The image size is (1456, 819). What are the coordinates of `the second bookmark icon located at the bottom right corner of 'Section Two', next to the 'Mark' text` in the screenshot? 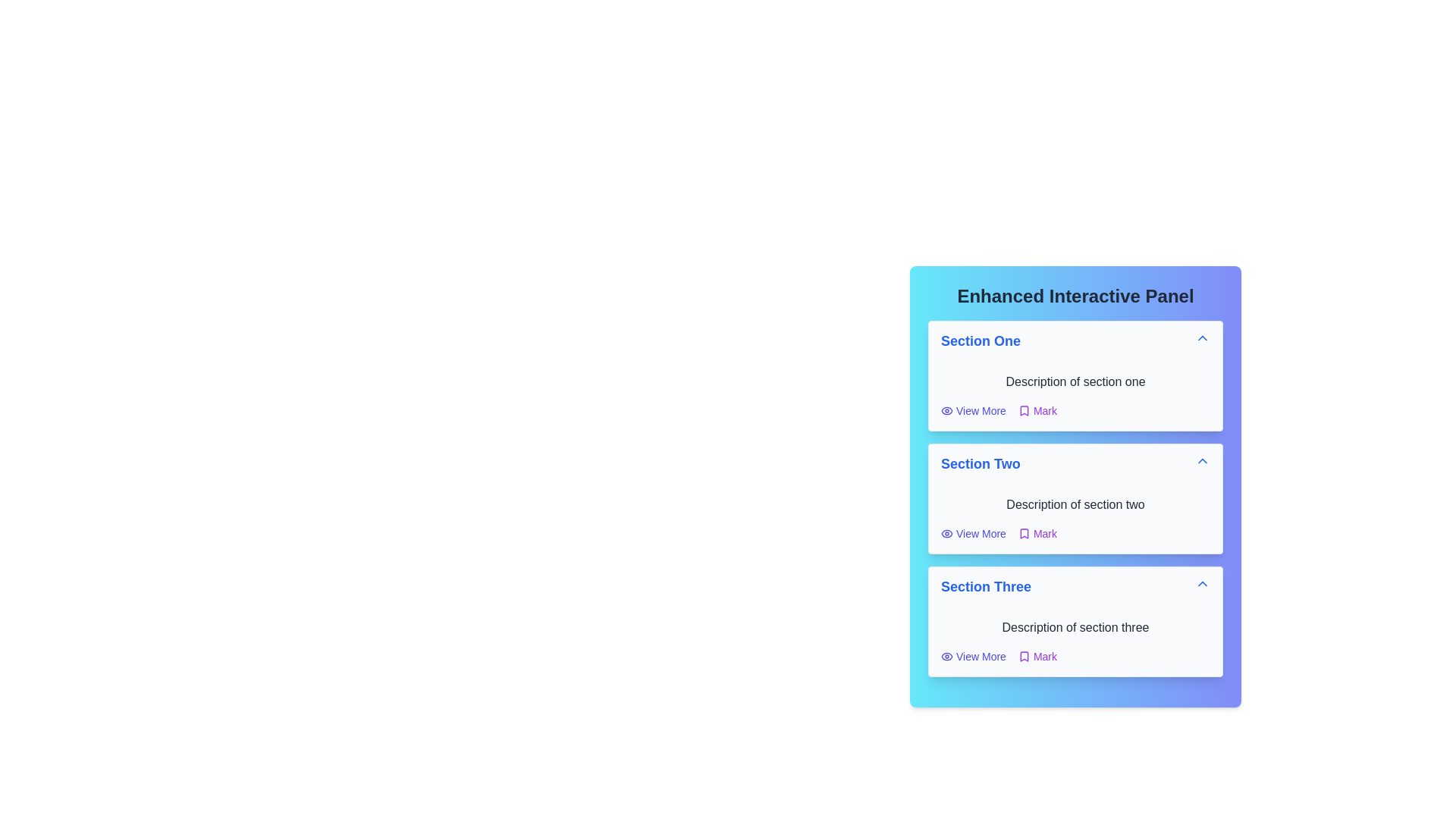 It's located at (1023, 533).